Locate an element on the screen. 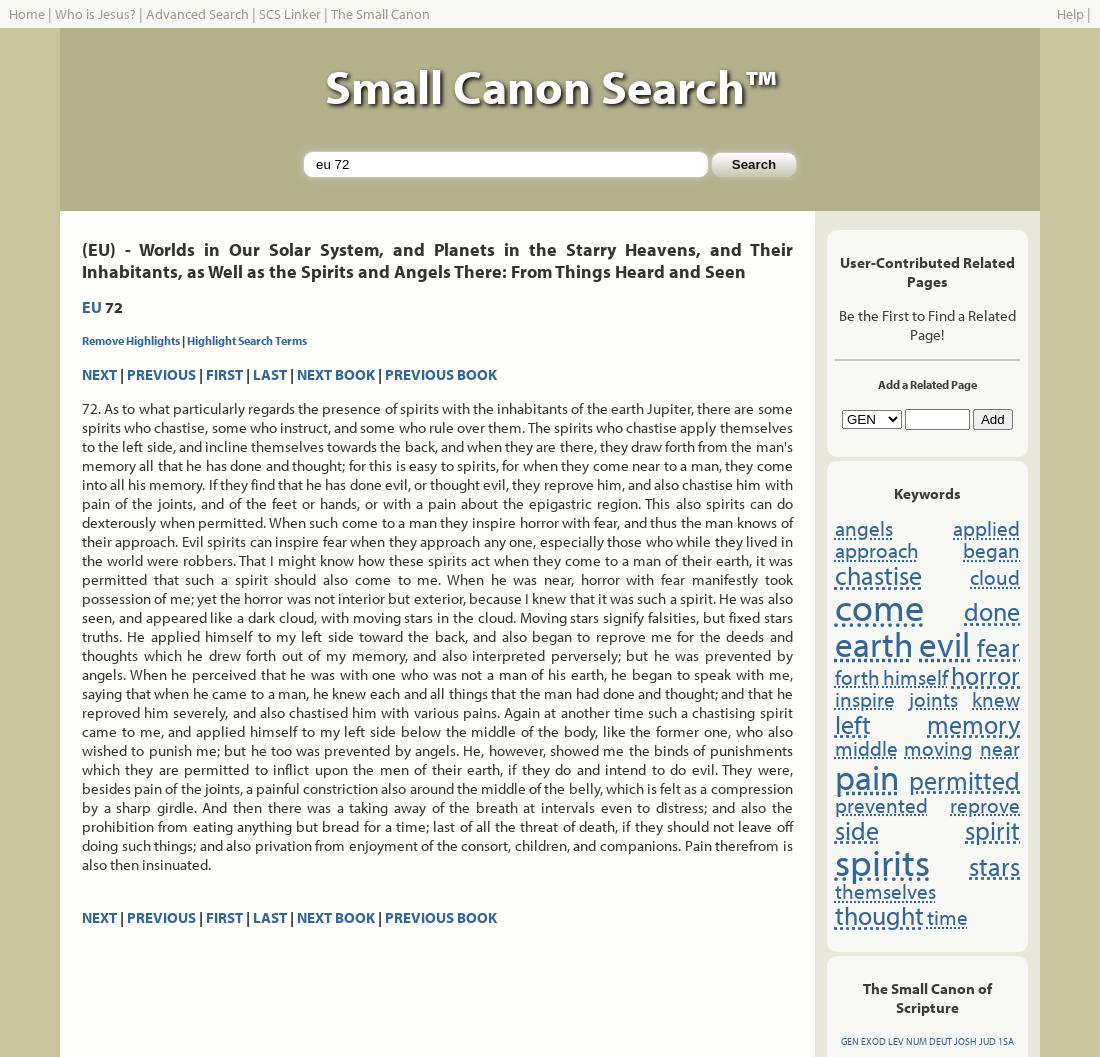 The image size is (1100, 1057). '1SA' is located at coordinates (1003, 1040).